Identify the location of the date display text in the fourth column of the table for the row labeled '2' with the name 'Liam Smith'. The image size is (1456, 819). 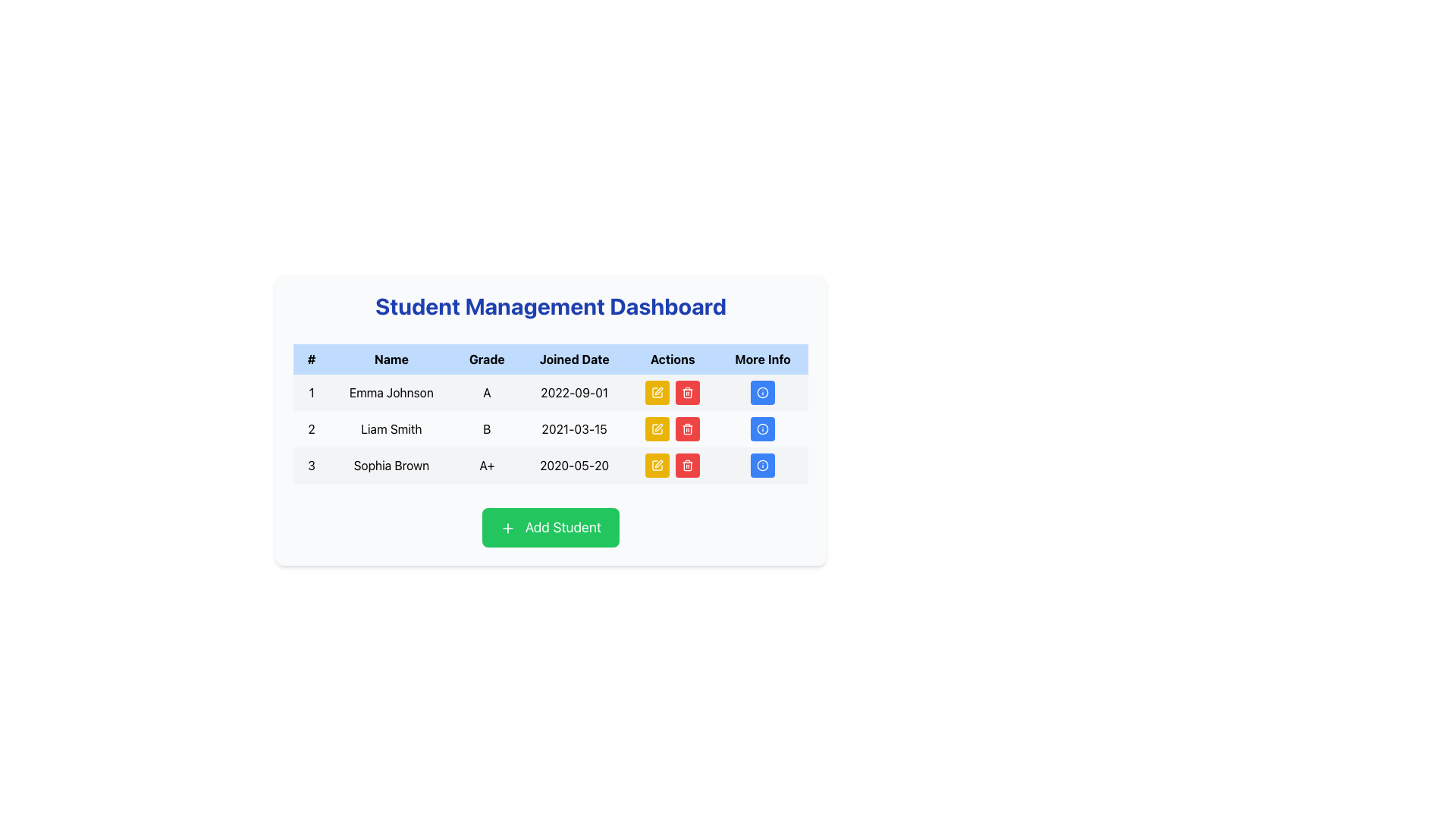
(573, 429).